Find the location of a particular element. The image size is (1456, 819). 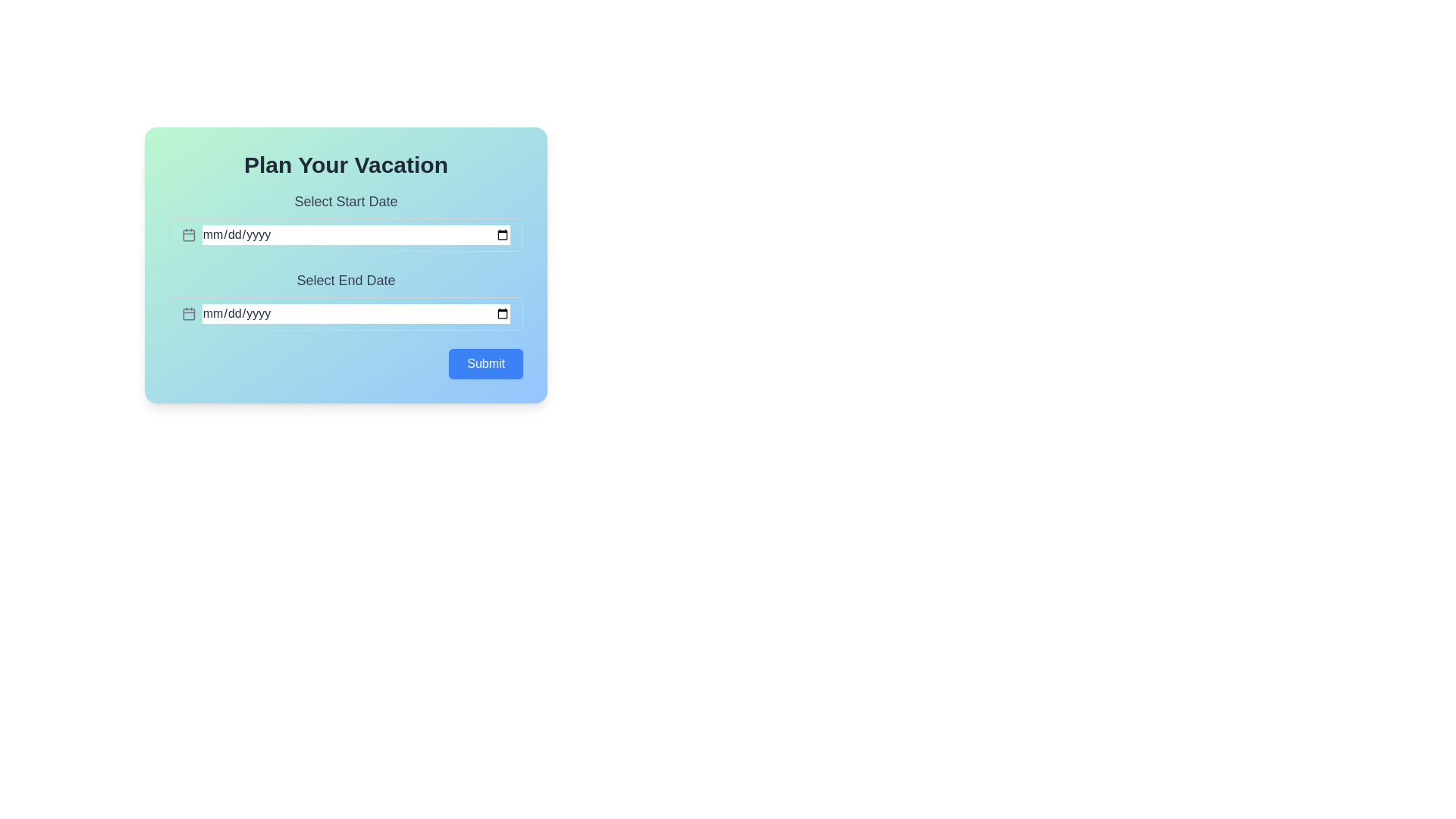

the calendar icon located on the left side of the top input field, which opens a calendar interface for selecting a start date for vacation is located at coordinates (188, 234).